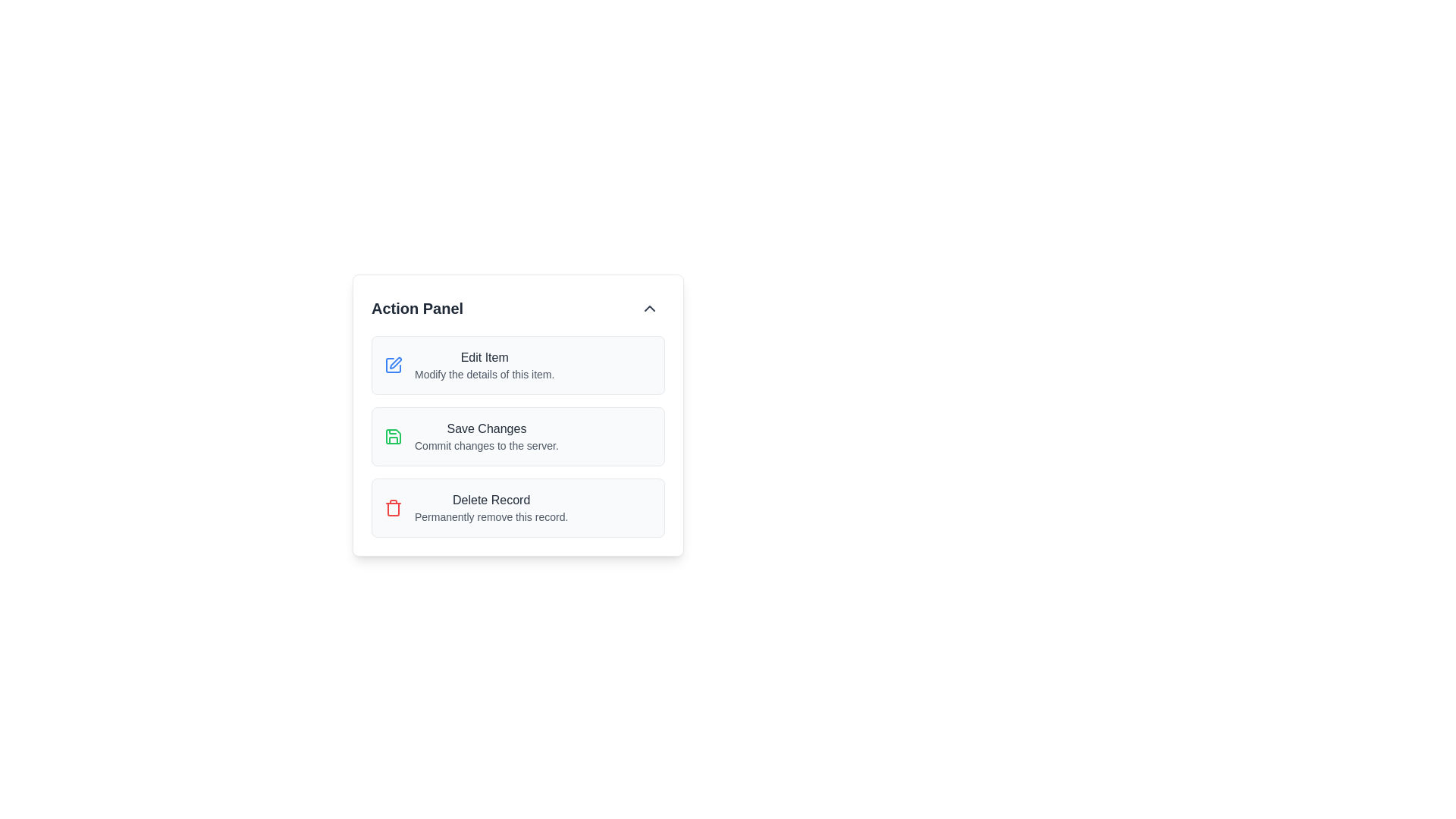  Describe the element at coordinates (518, 436) in the screenshot. I see `the 'Save Changes' button in the Action Panel, which is the second item in the vertical list of action items` at that location.